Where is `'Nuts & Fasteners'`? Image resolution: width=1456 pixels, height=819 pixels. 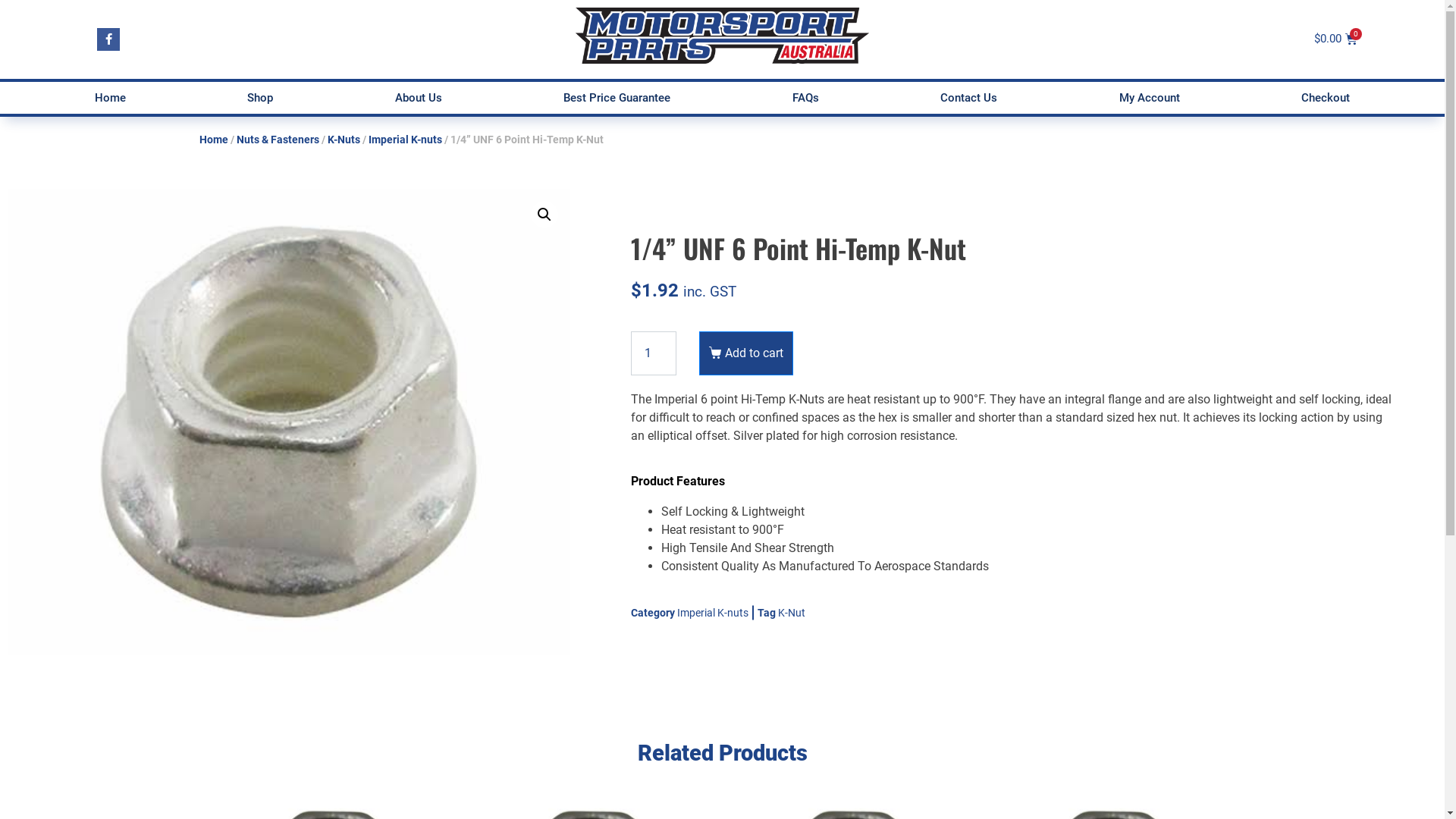 'Nuts & Fasteners' is located at coordinates (278, 140).